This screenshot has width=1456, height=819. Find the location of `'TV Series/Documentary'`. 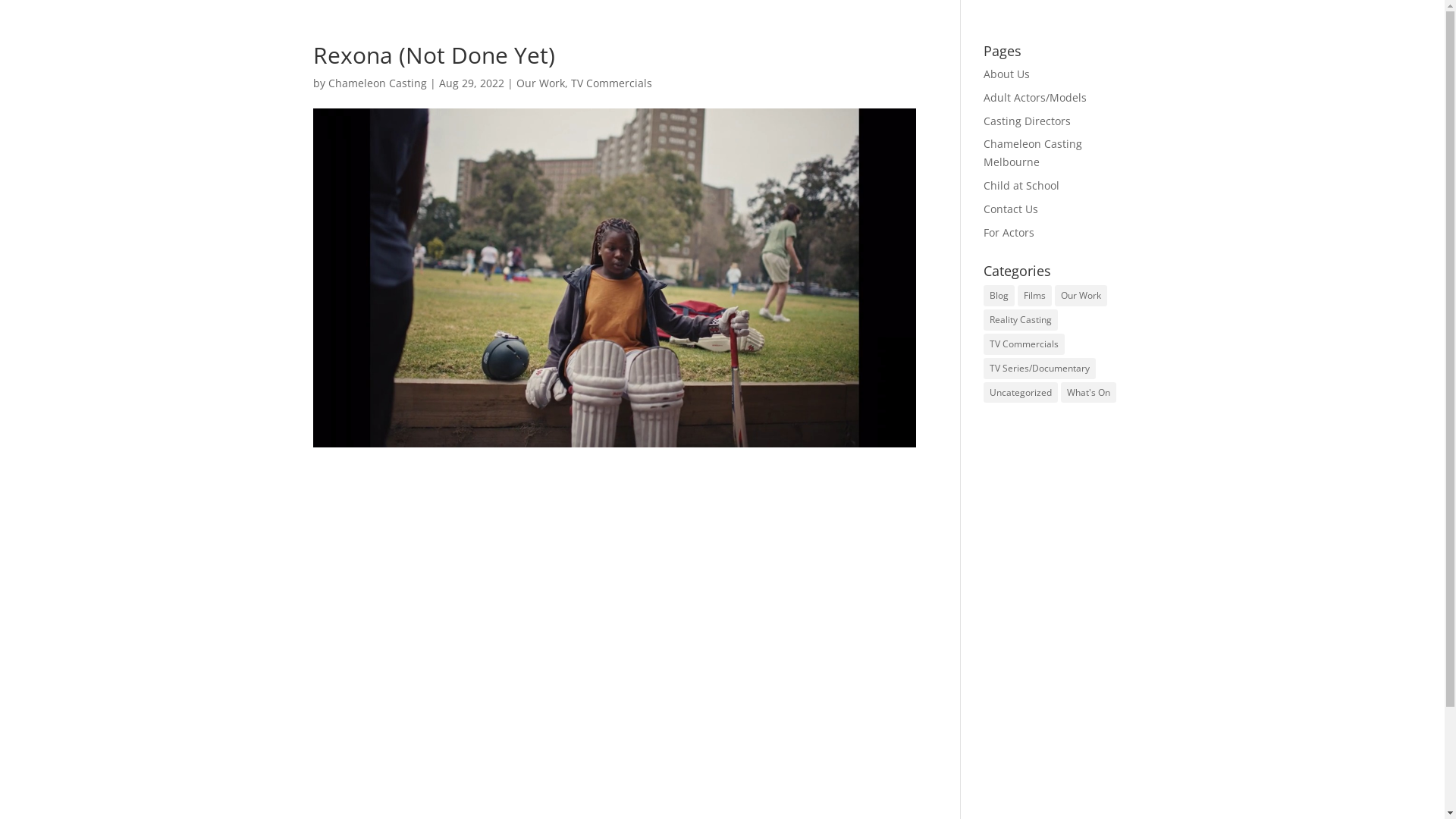

'TV Series/Documentary' is located at coordinates (1039, 369).